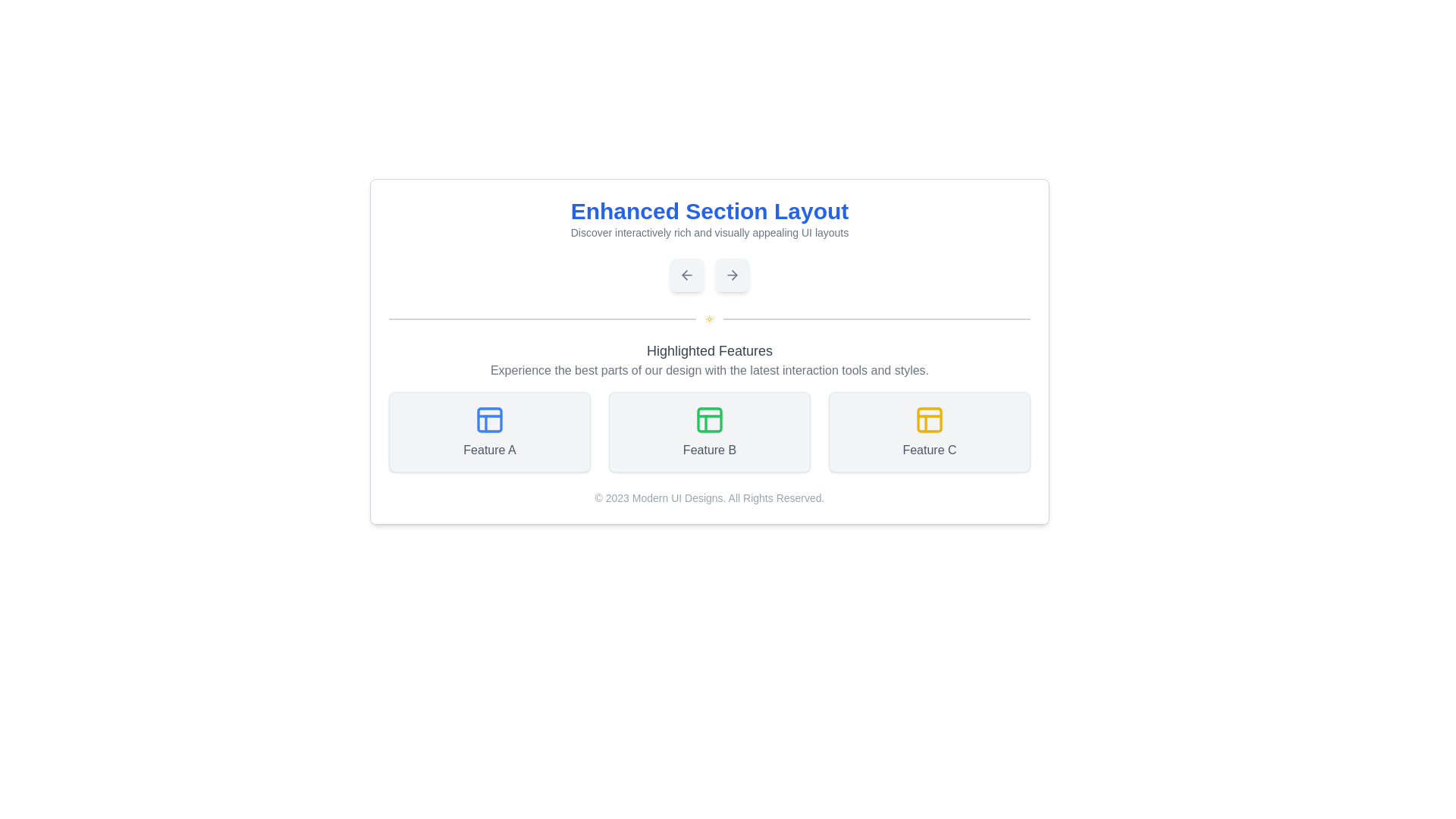  What do you see at coordinates (686, 275) in the screenshot?
I see `the left-pointing arrow icon embedded in a rounded rectangular button with a light gray background, which is positioned near the center of the interface` at bounding box center [686, 275].